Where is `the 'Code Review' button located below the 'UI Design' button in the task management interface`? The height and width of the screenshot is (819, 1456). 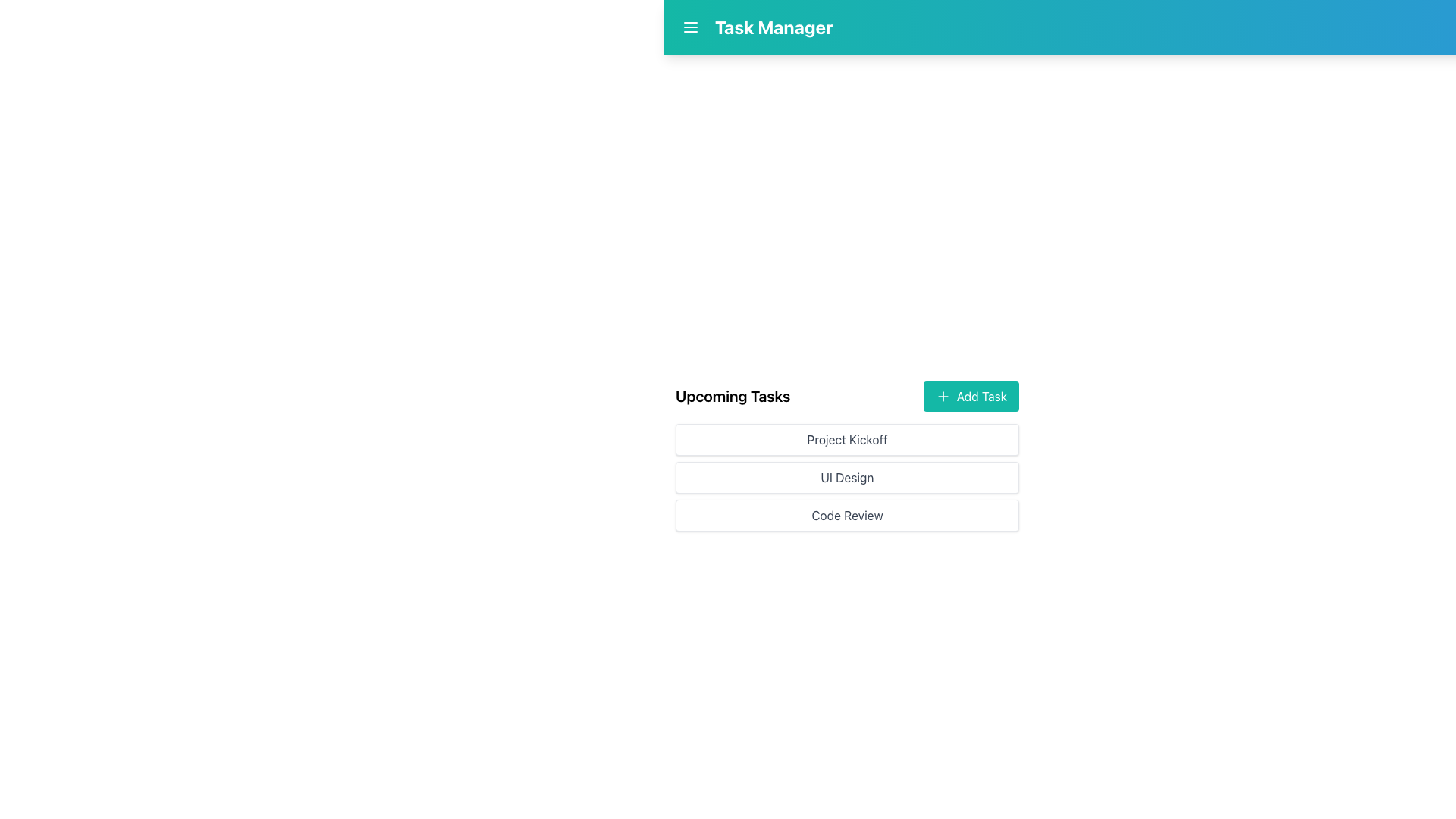 the 'Code Review' button located below the 'UI Design' button in the task management interface is located at coordinates (846, 514).